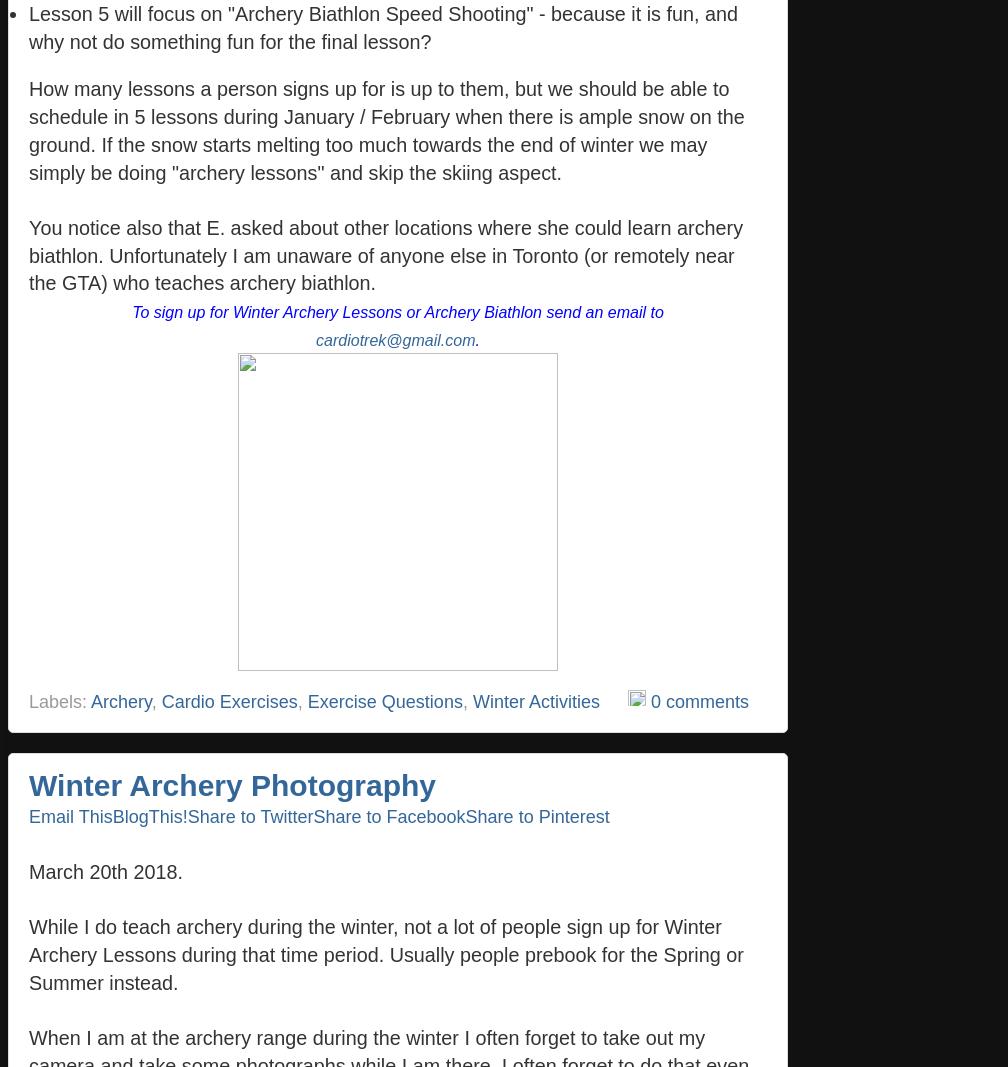 The height and width of the screenshot is (1067, 1008). Describe the element at coordinates (29, 26) in the screenshot. I see `'Lesson 5 will focus on "Archery Biathlon Speed Shooting" - because it is fun, and why not do something fun for the final lesson?'` at that location.